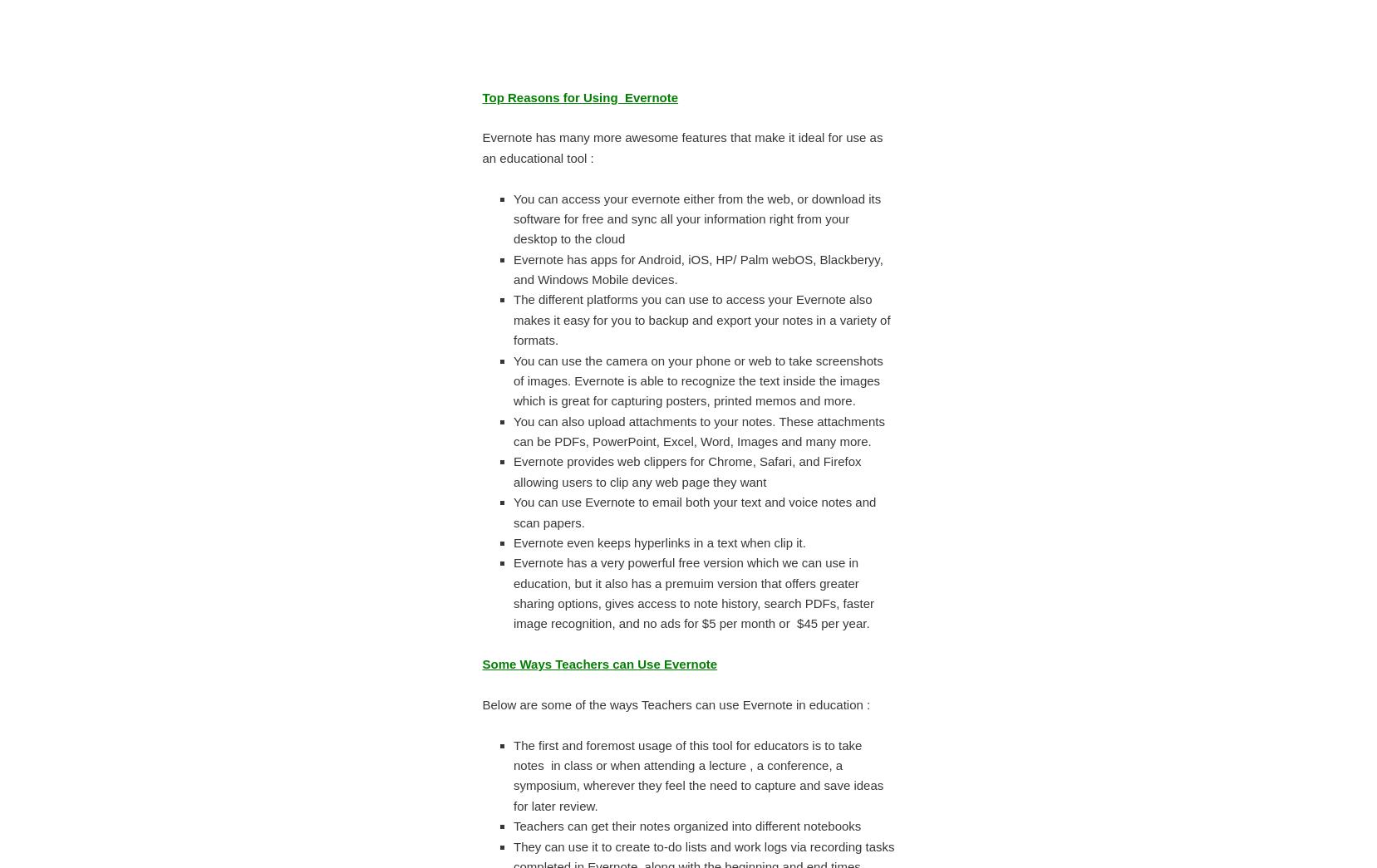  Describe the element at coordinates (658, 542) in the screenshot. I see `'Evernote even keeps hyperlinks in a text when clip it.'` at that location.